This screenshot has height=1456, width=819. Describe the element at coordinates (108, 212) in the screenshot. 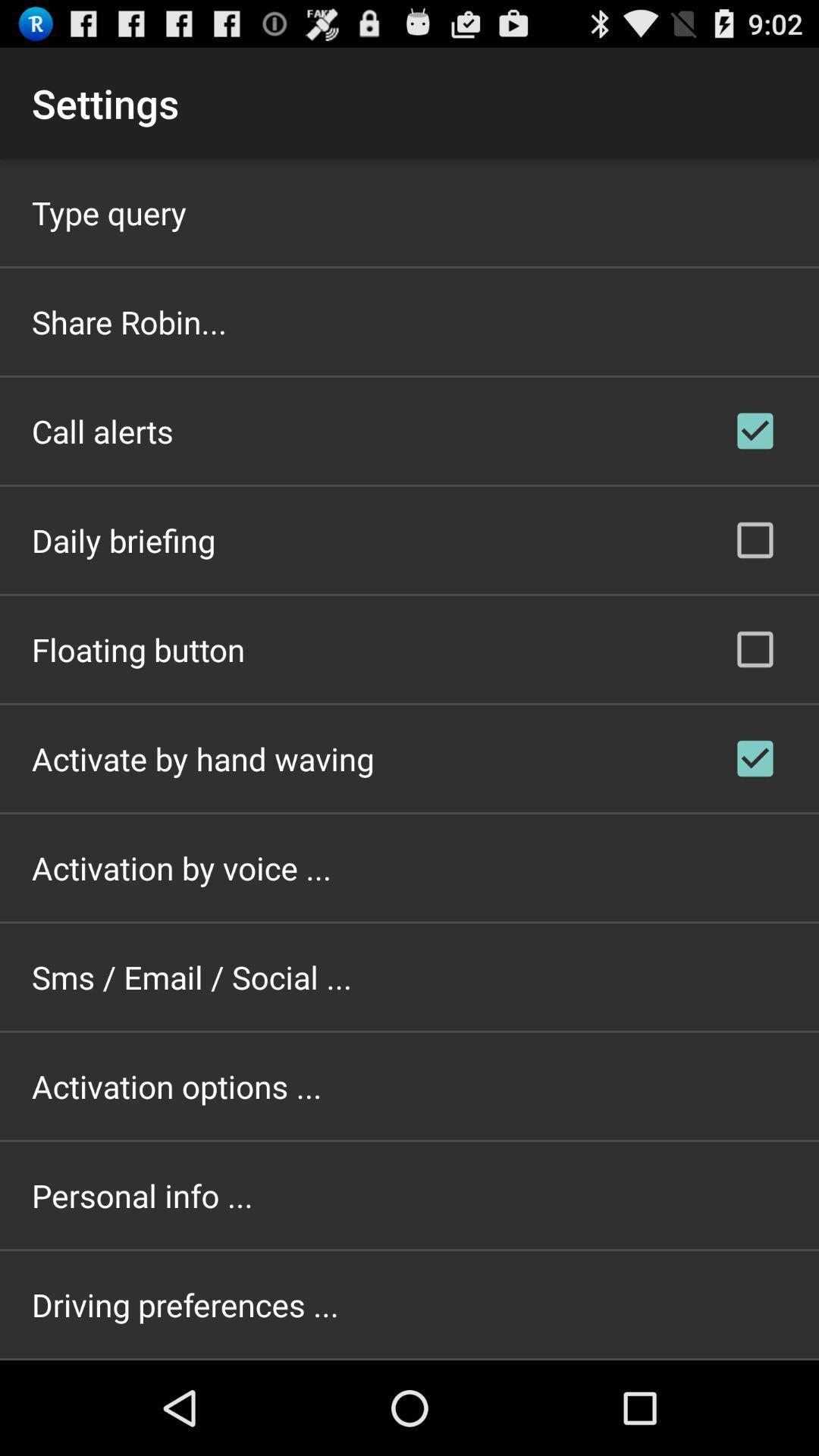

I see `the app above share robin... item` at that location.